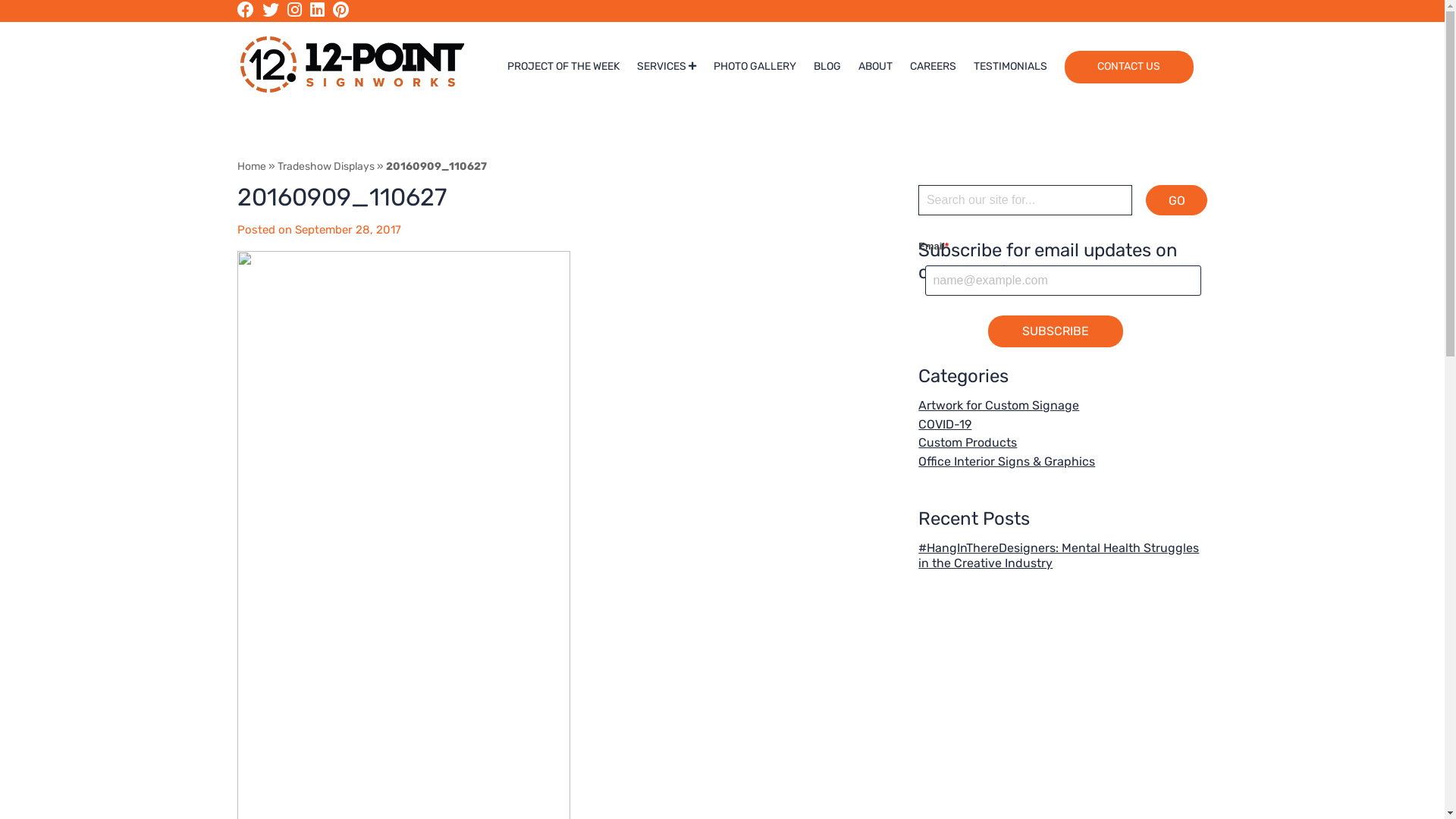 The image size is (1456, 819). Describe the element at coordinates (875, 66) in the screenshot. I see `'ABOUT'` at that location.